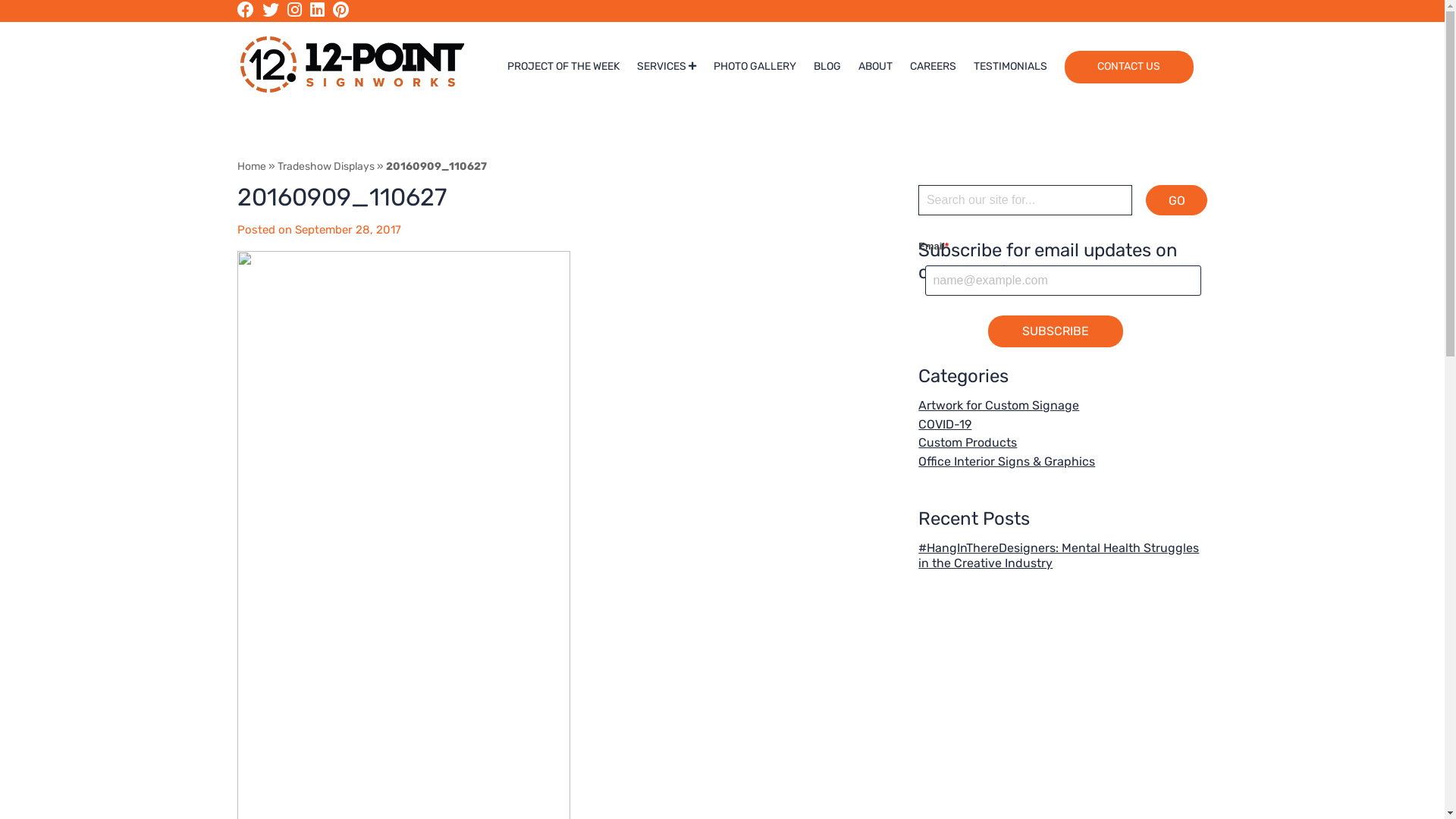 The image size is (1456, 819). Describe the element at coordinates (875, 66) in the screenshot. I see `'ABOUT'` at that location.